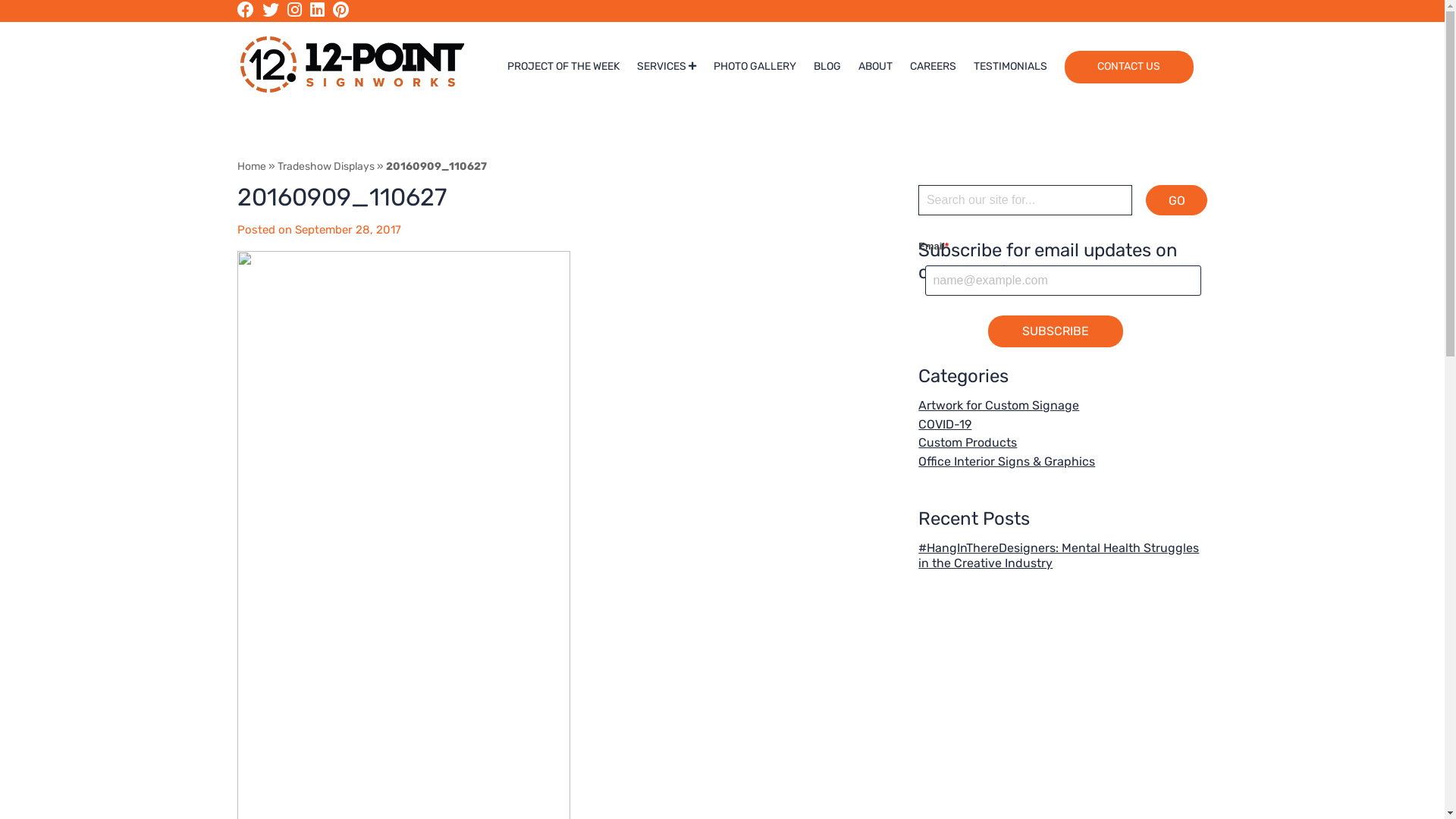 The image size is (1456, 819). Describe the element at coordinates (875, 66) in the screenshot. I see `'ABOUT'` at that location.